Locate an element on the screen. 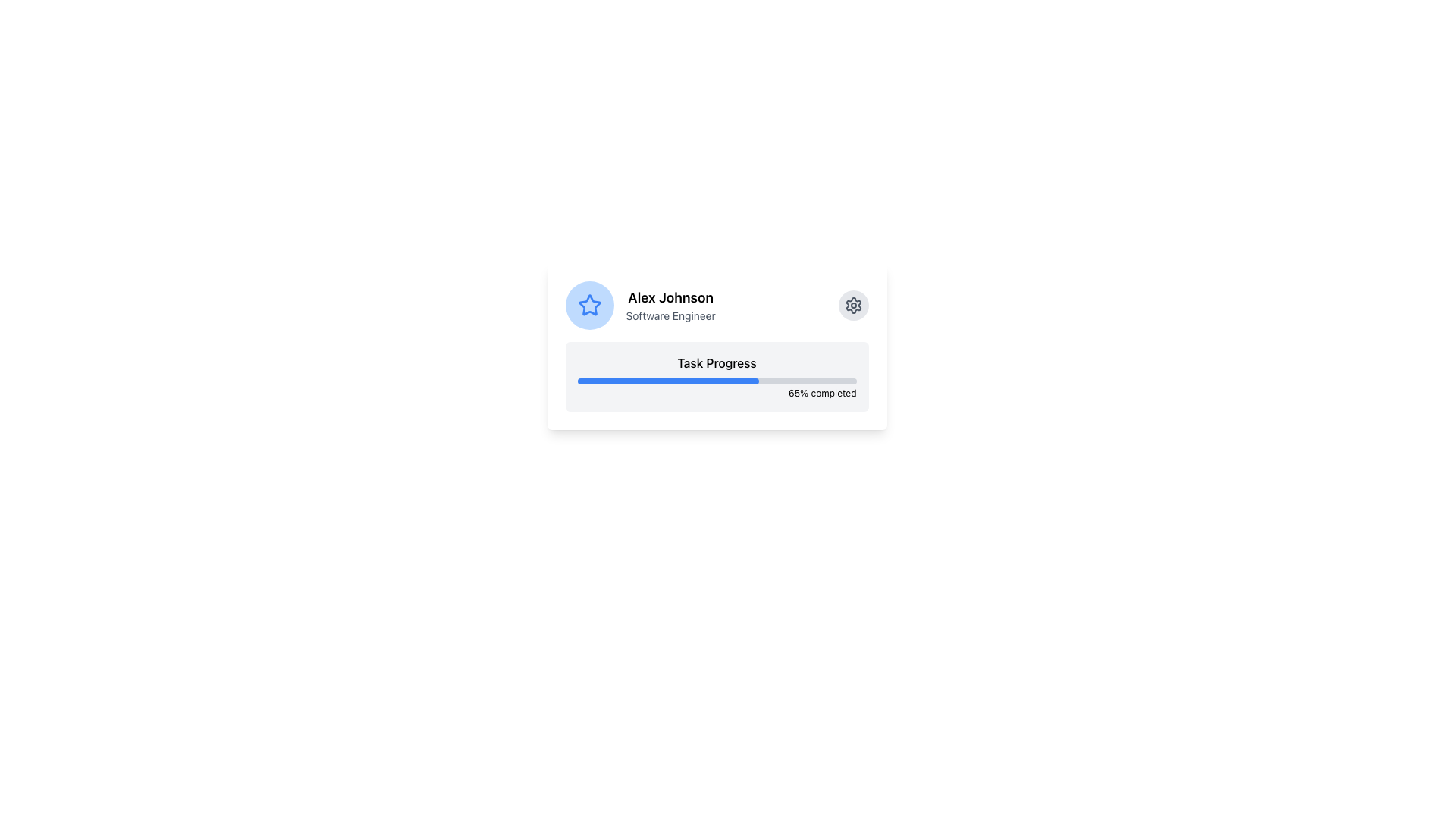 This screenshot has height=819, width=1456. the star-shaped icon with a blue outline located in the top-left corner of the component card that contains the user name, title, and progress bar is located at coordinates (588, 305).